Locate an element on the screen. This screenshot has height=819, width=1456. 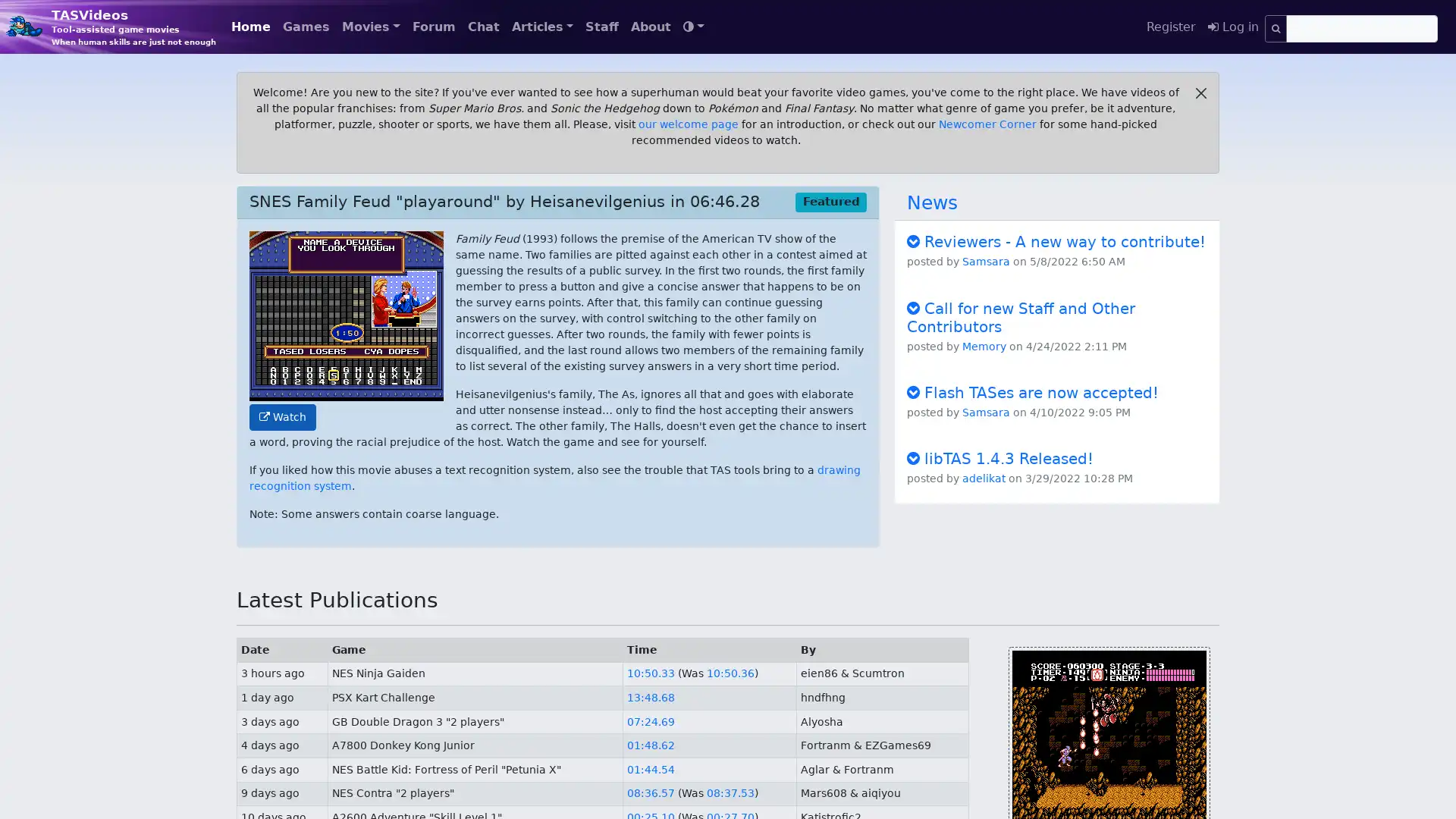
close is located at coordinates (1200, 93).